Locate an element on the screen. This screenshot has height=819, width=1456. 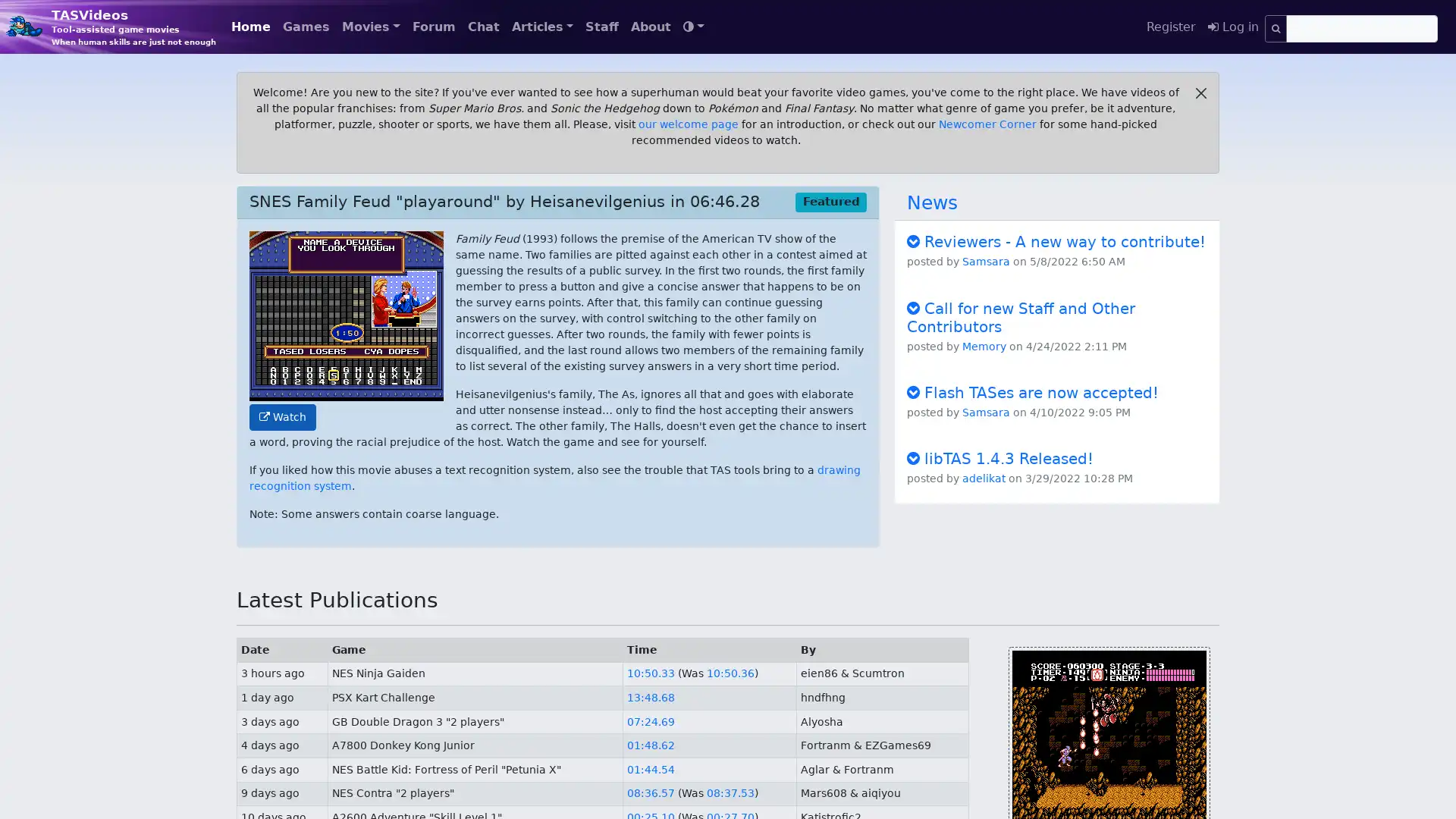
close is located at coordinates (1200, 93).